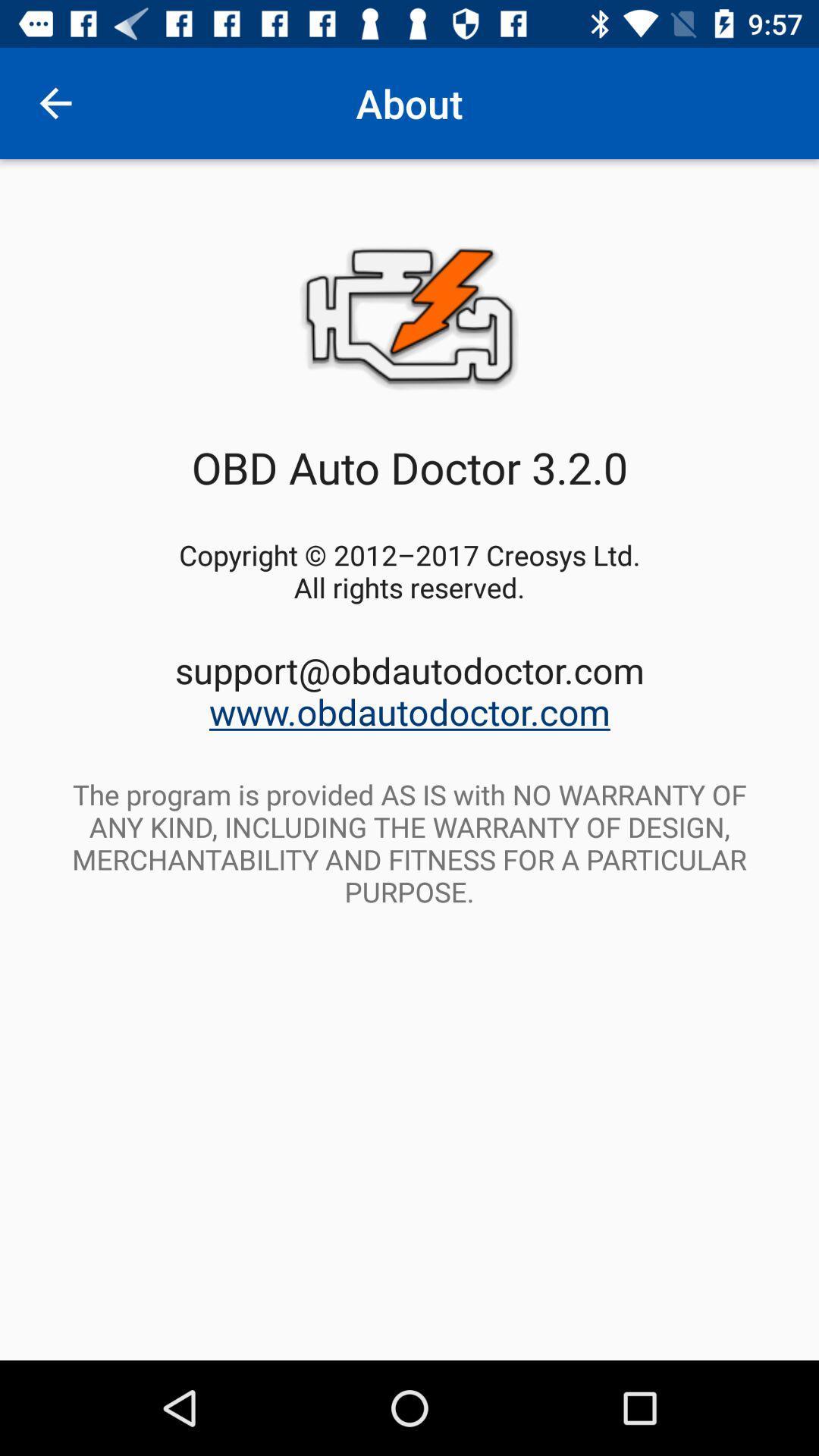  Describe the element at coordinates (55, 102) in the screenshot. I see `the item to the left of about icon` at that location.